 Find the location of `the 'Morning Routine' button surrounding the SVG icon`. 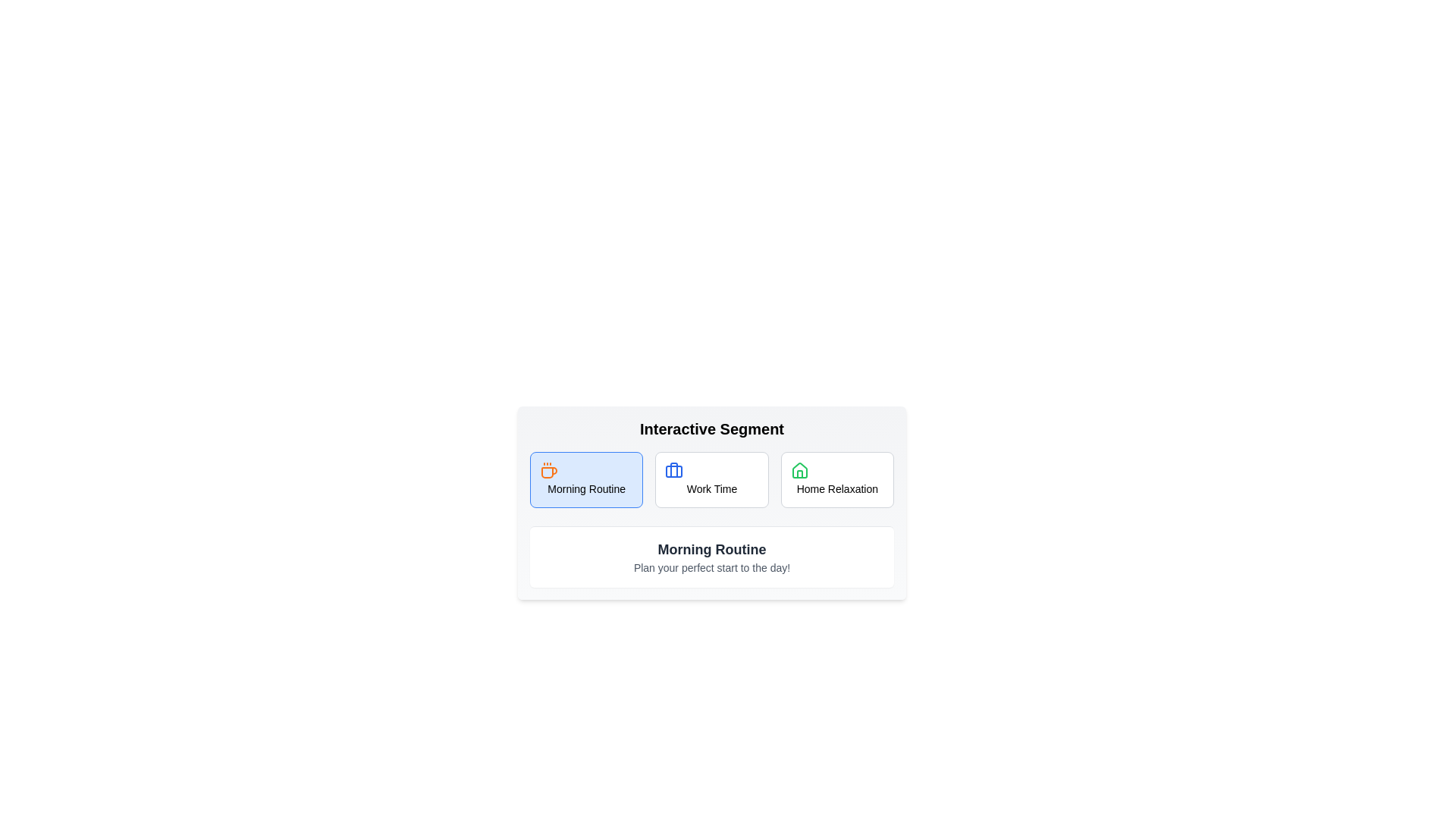

the 'Morning Routine' button surrounding the SVG icon is located at coordinates (548, 470).